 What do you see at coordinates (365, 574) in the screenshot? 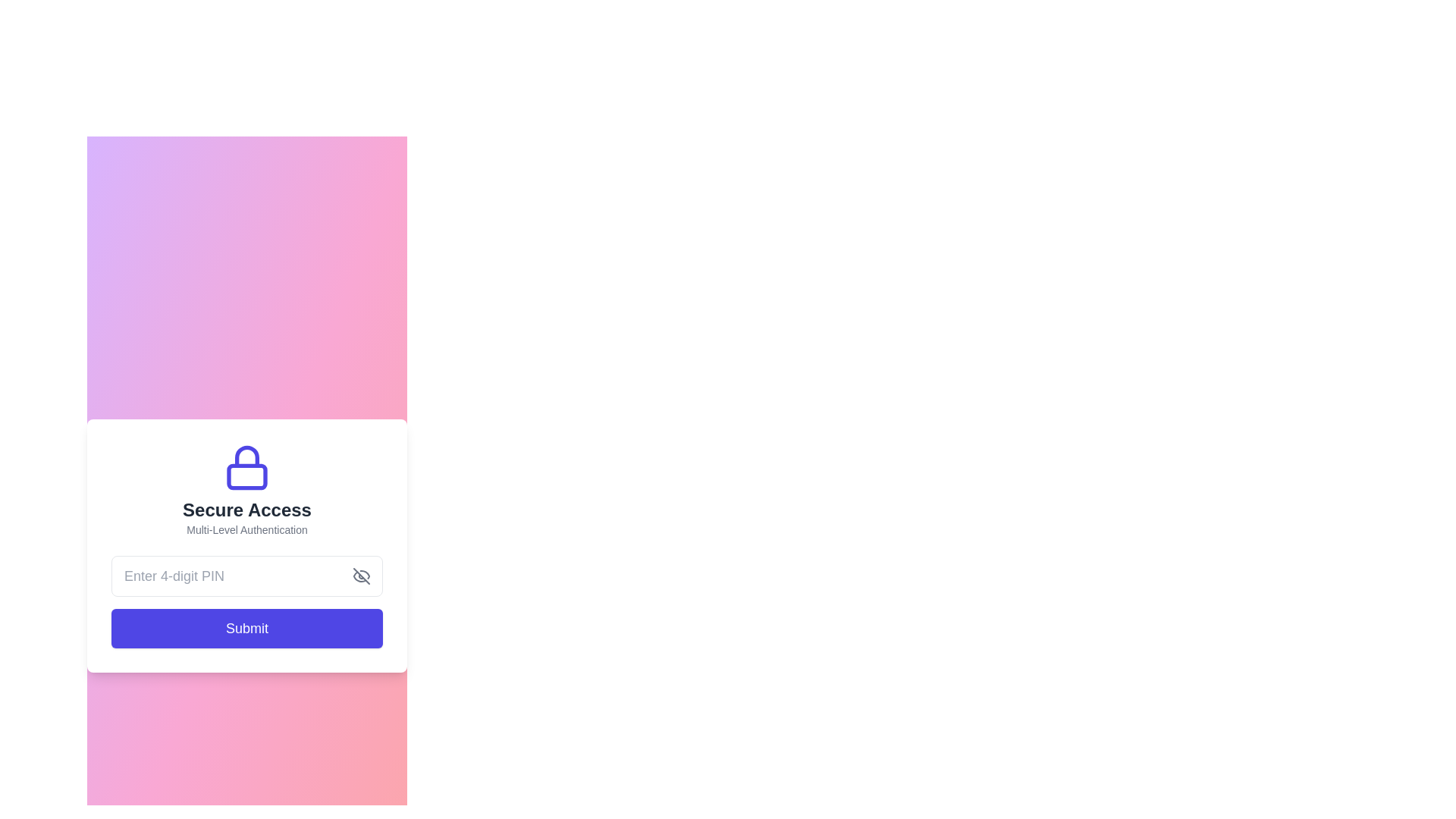
I see `the eye icon to toggle the visibility mode of the sensitive information in the 'Enter 4-digit PIN' input field` at bounding box center [365, 574].